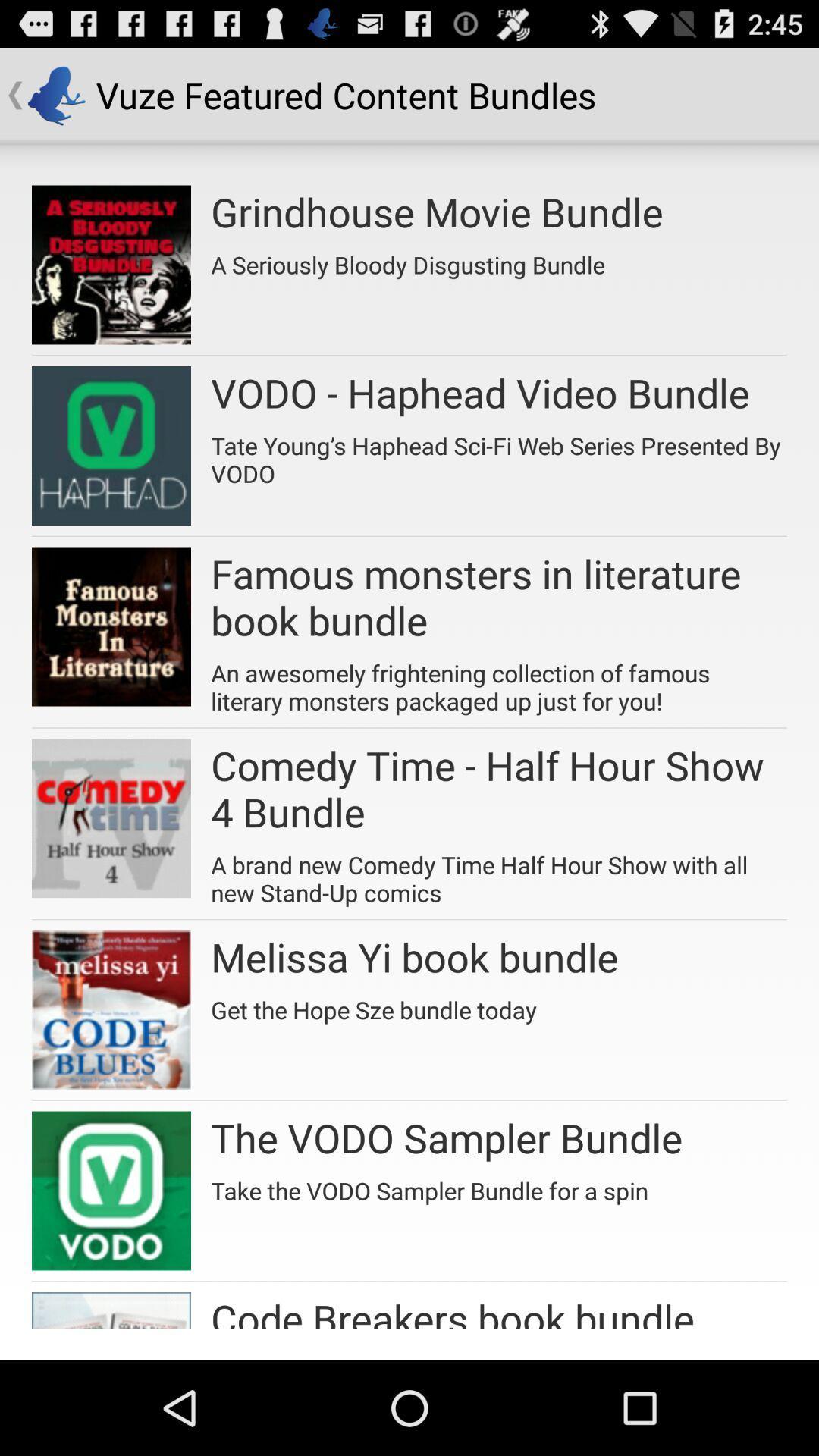 The height and width of the screenshot is (1456, 819). What do you see at coordinates (499, 681) in the screenshot?
I see `the app above comedy time half item` at bounding box center [499, 681].